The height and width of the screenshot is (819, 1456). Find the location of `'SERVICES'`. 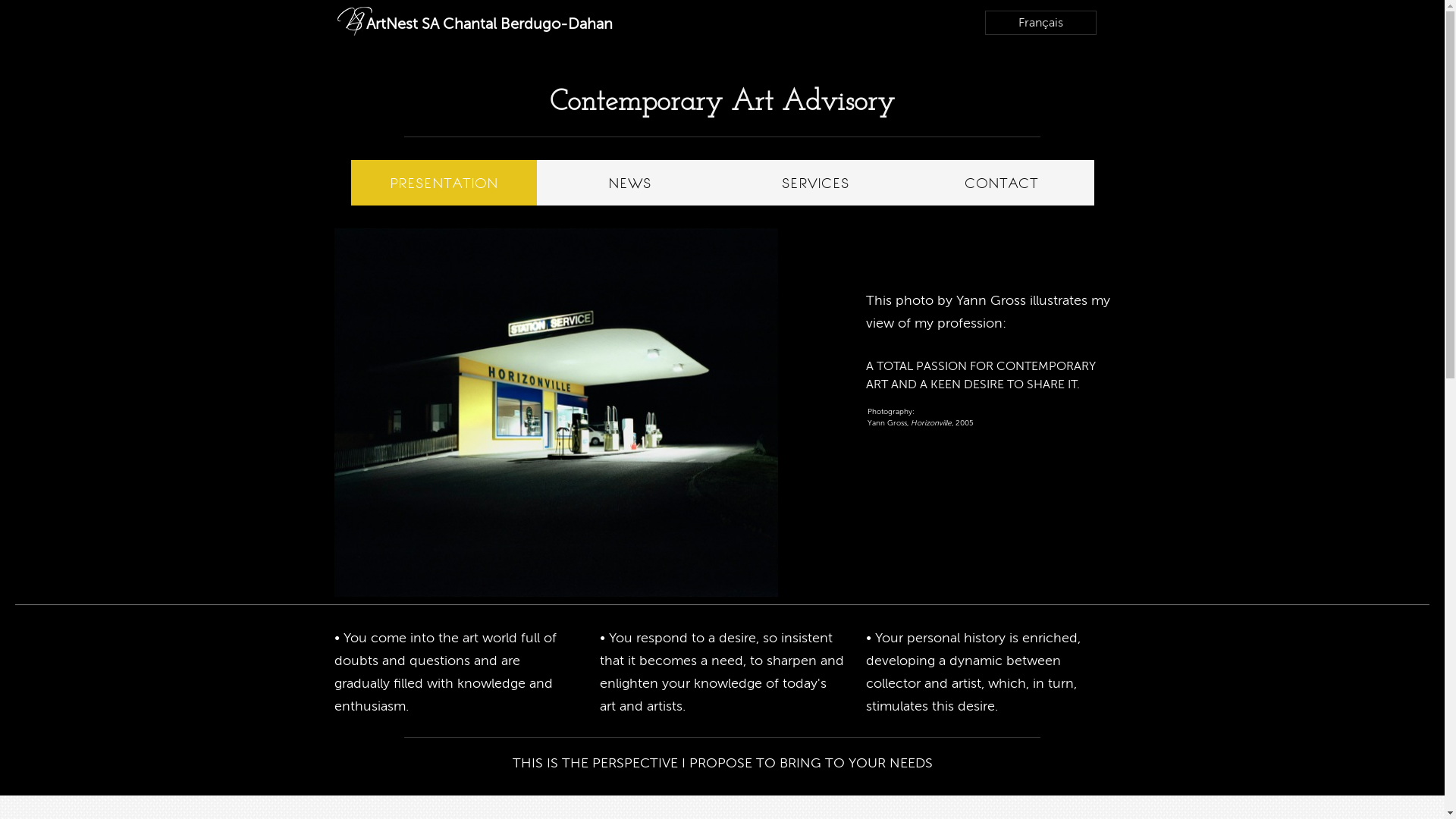

'SERVICES' is located at coordinates (814, 181).